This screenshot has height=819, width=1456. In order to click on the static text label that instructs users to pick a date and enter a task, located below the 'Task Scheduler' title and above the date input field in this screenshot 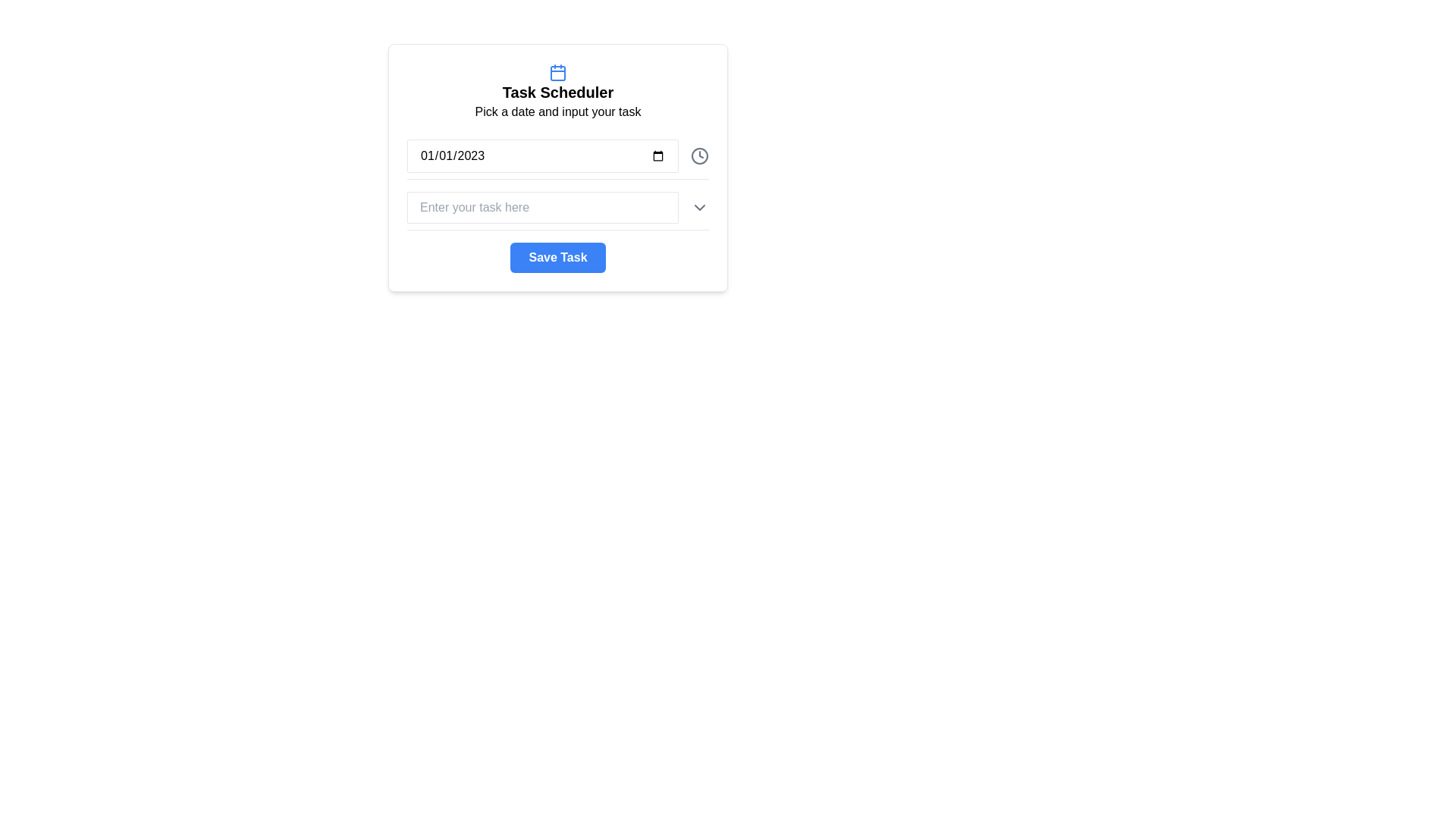, I will do `click(557, 110)`.